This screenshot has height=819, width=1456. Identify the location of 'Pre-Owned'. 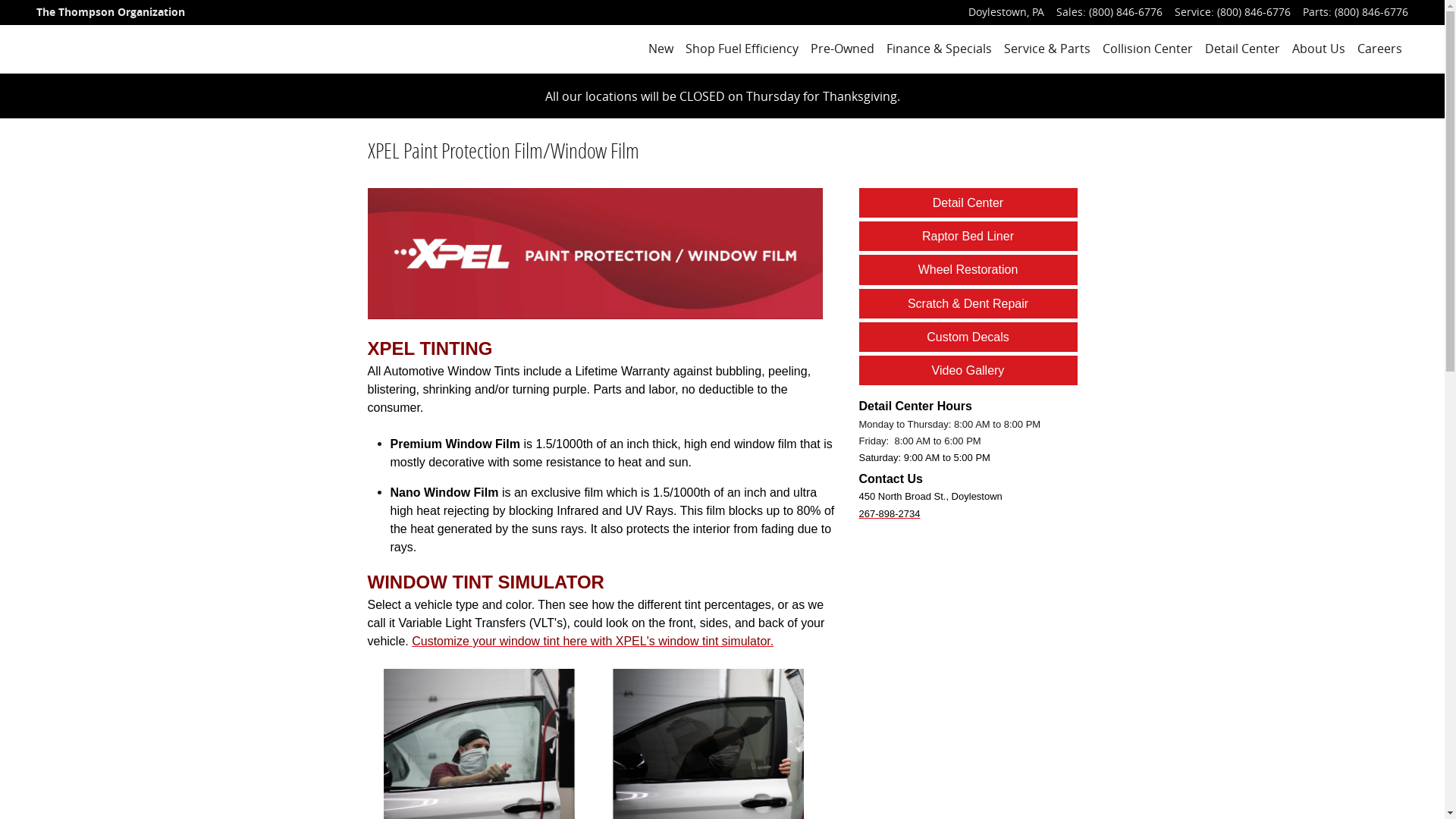
(841, 49).